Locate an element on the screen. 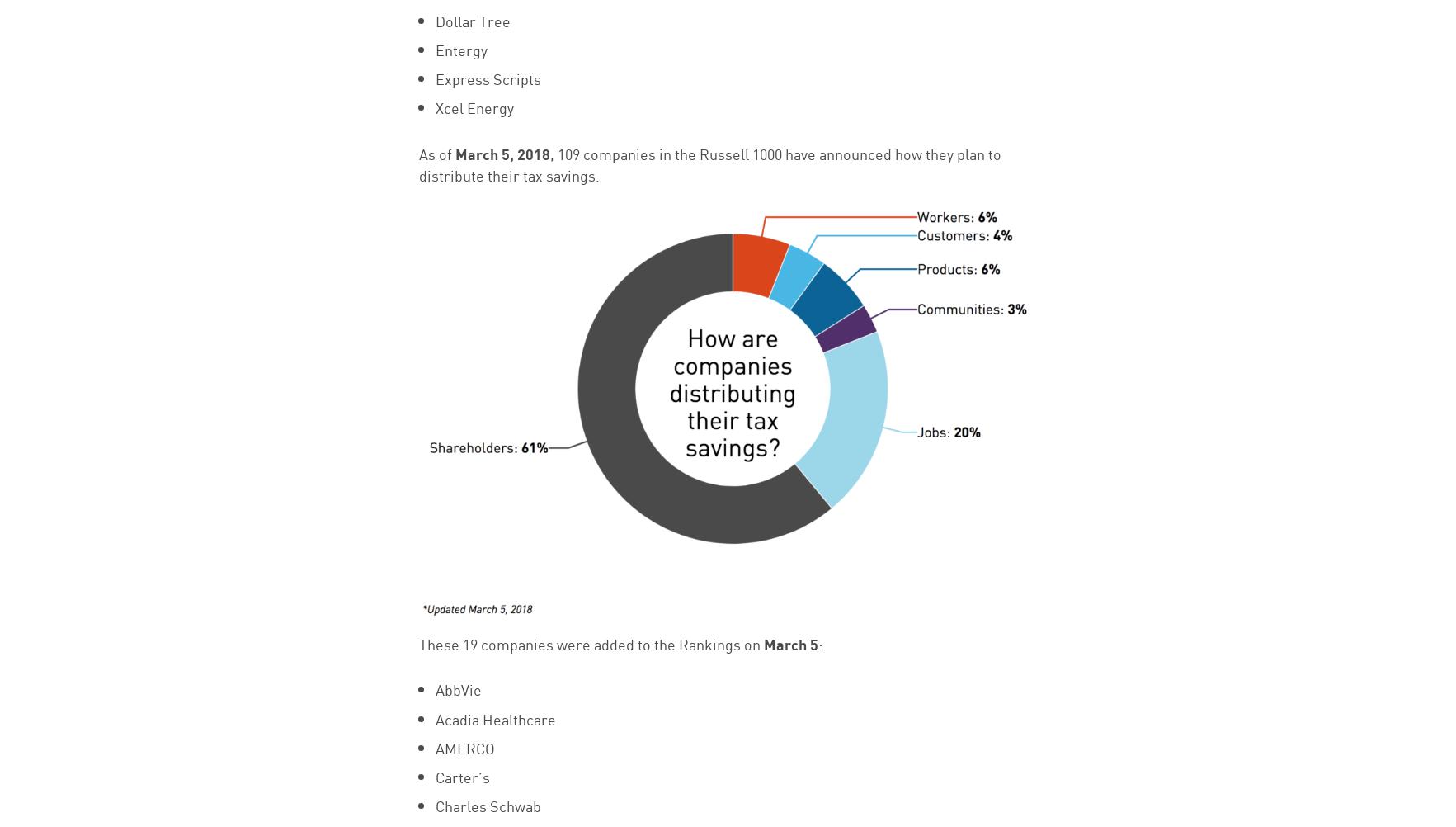 Image resolution: width=1456 pixels, height=827 pixels. 'These 19 companies were added to the Rankings on' is located at coordinates (590, 642).